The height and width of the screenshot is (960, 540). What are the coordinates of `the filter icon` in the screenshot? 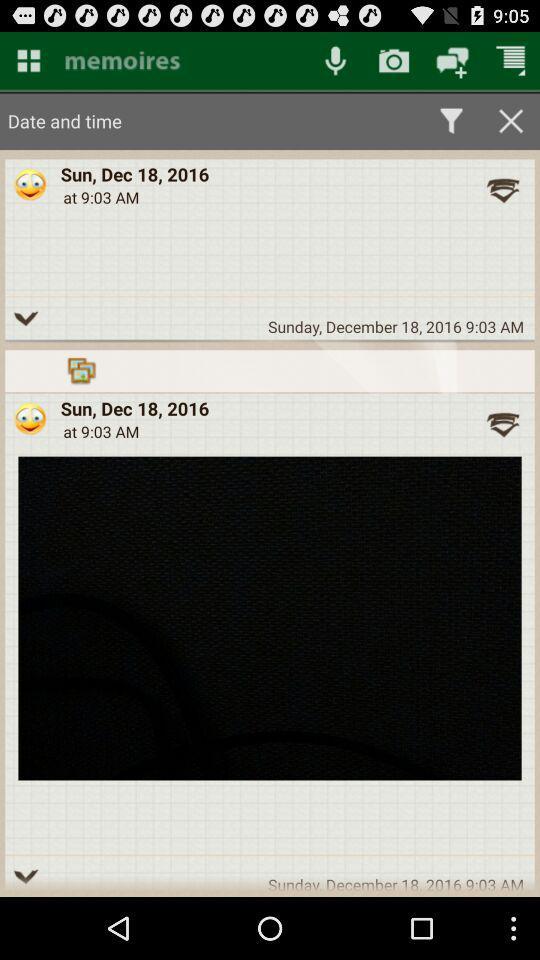 It's located at (451, 128).